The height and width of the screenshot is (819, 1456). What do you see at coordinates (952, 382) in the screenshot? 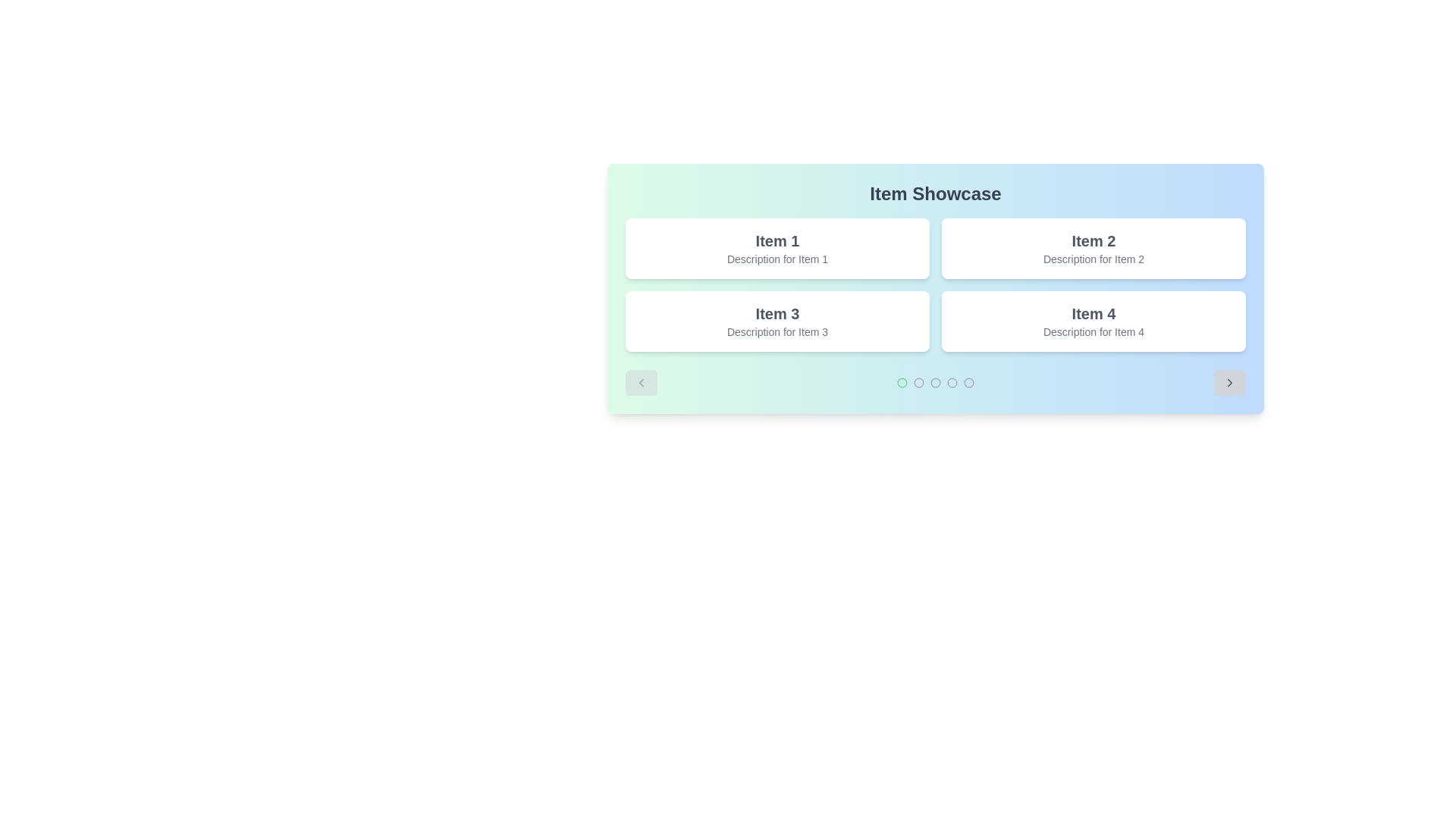
I see `the fifth circular icon in the carousel navigation at the bottom center of the interface` at bounding box center [952, 382].